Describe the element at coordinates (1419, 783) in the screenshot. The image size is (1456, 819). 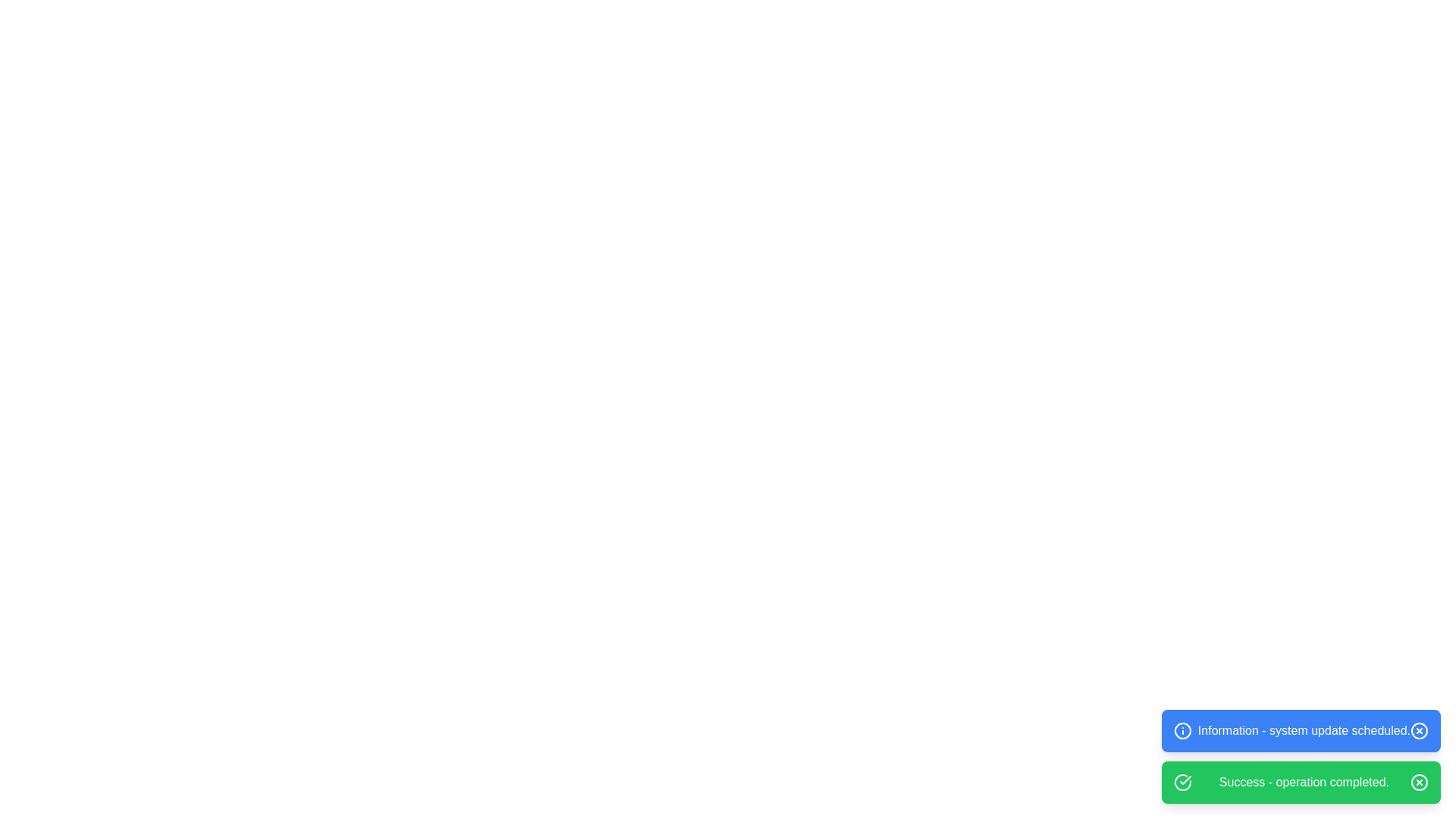
I see `the green circular dismiss button with a red cross inside it located in the top-right corner of the 'Success - operation completed.' notification bar` at that location.